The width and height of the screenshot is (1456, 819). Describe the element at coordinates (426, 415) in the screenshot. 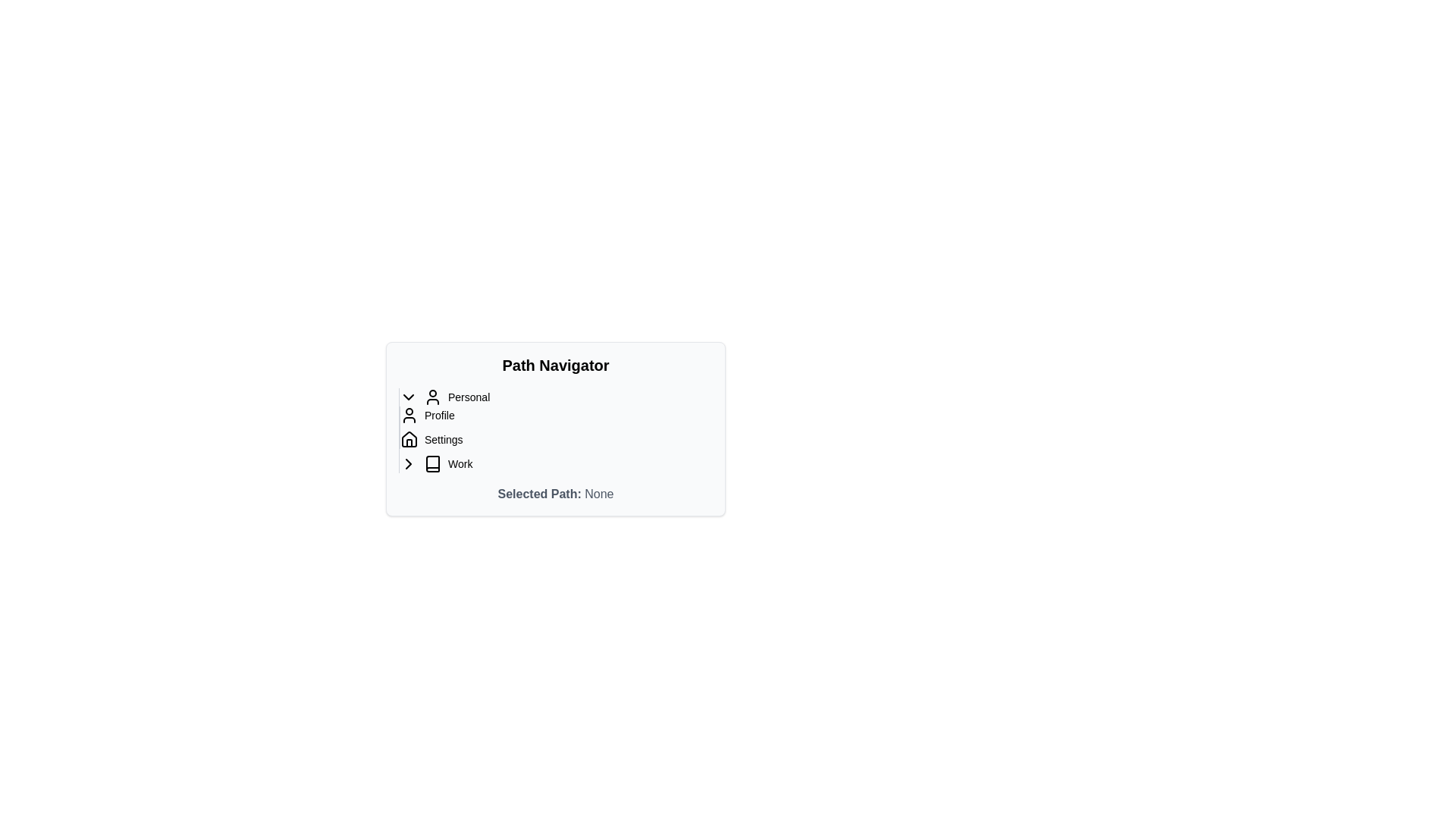

I see `the second navigation link under the 'Personal' section, which is positioned directly below the 'Personal' header and above the 'Settings' option` at that location.